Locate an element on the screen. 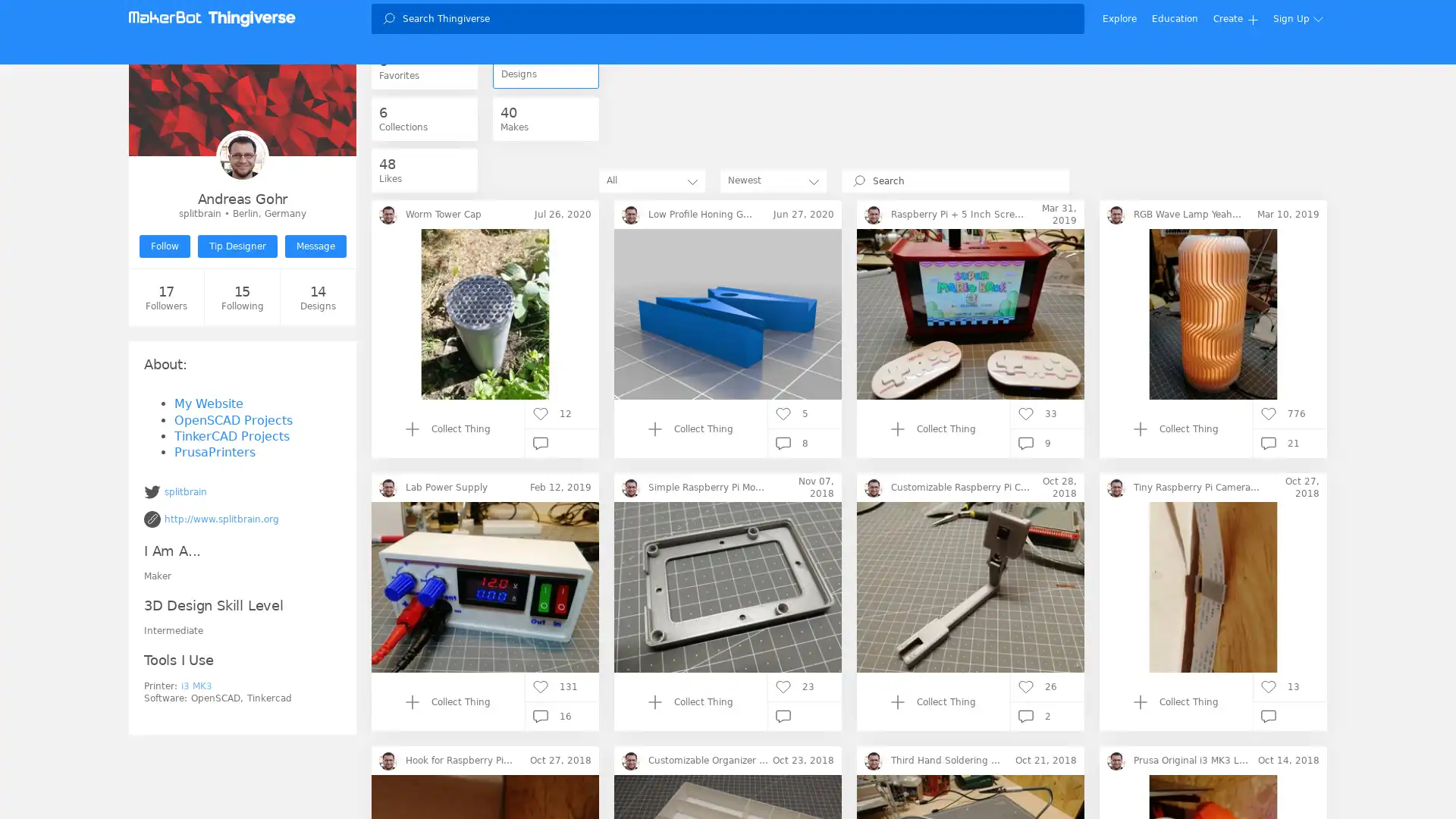  Message is located at coordinates (314, 245).